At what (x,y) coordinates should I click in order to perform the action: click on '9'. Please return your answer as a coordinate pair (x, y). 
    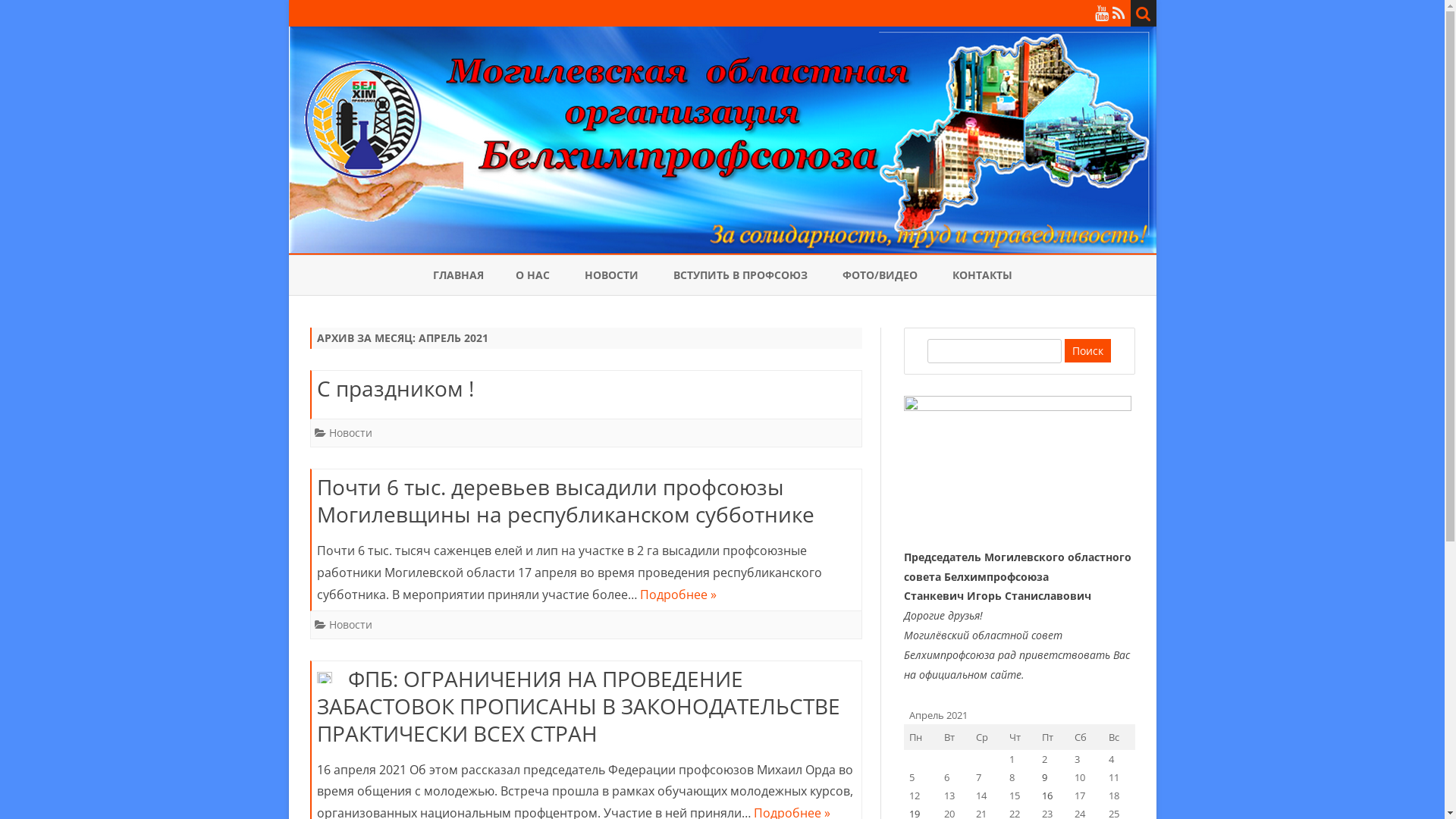
    Looking at the image, I should click on (1043, 777).